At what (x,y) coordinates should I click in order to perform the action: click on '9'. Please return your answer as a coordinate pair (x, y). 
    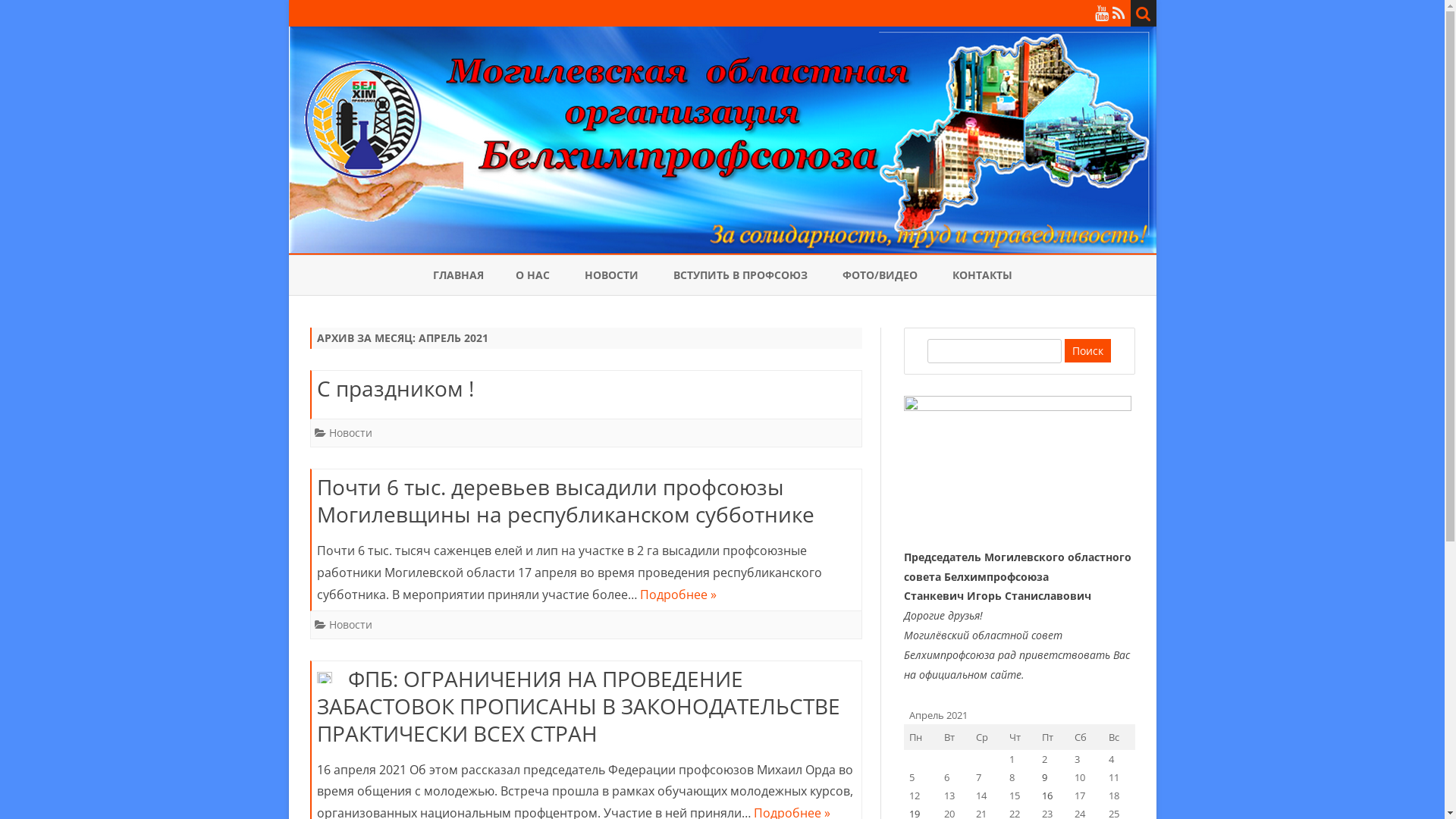
    Looking at the image, I should click on (1043, 777).